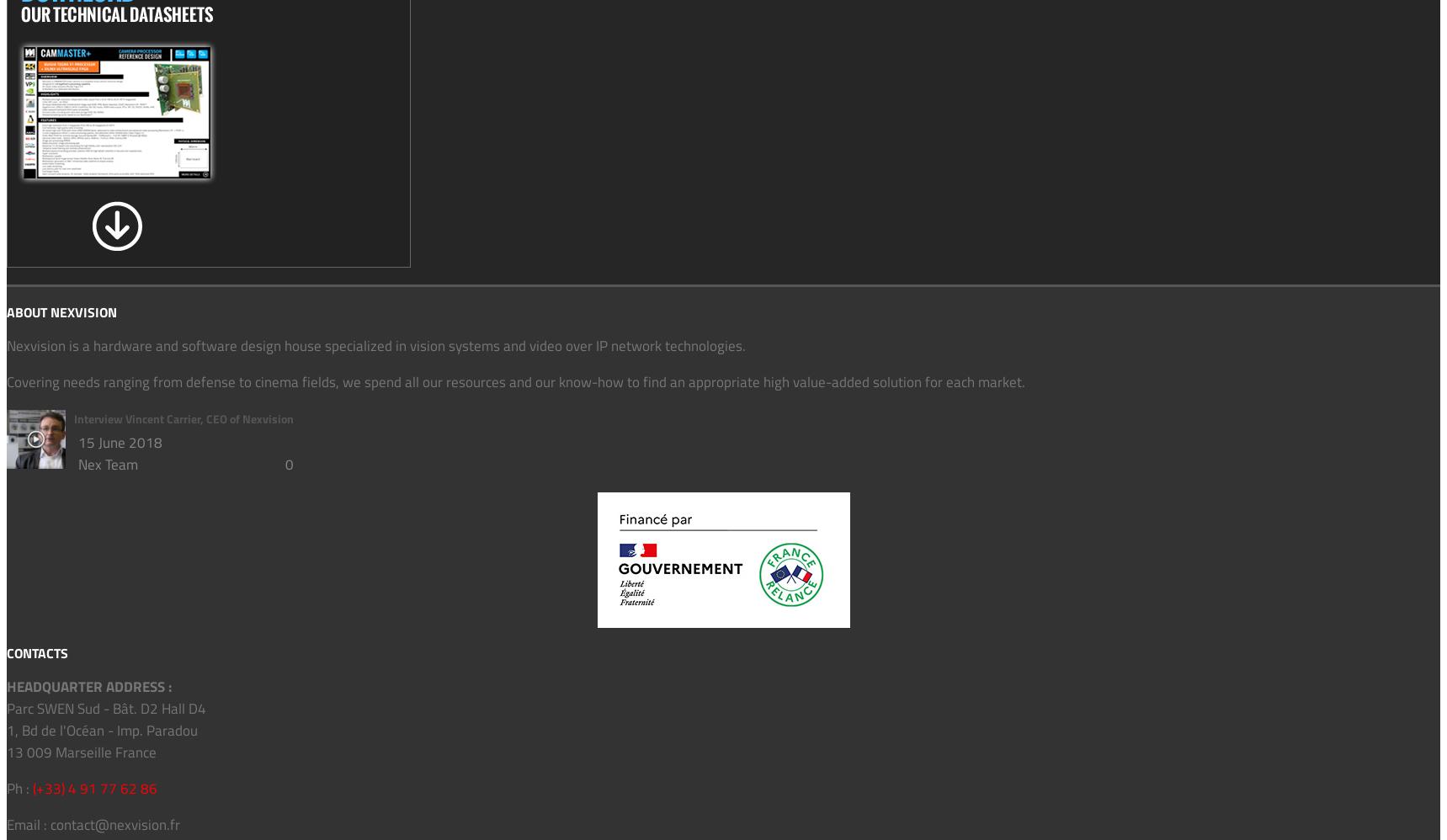 The image size is (1447, 840). What do you see at coordinates (106, 708) in the screenshot?
I see `'Parc SWEN Sud - Bât. D2 Hall D4'` at bounding box center [106, 708].